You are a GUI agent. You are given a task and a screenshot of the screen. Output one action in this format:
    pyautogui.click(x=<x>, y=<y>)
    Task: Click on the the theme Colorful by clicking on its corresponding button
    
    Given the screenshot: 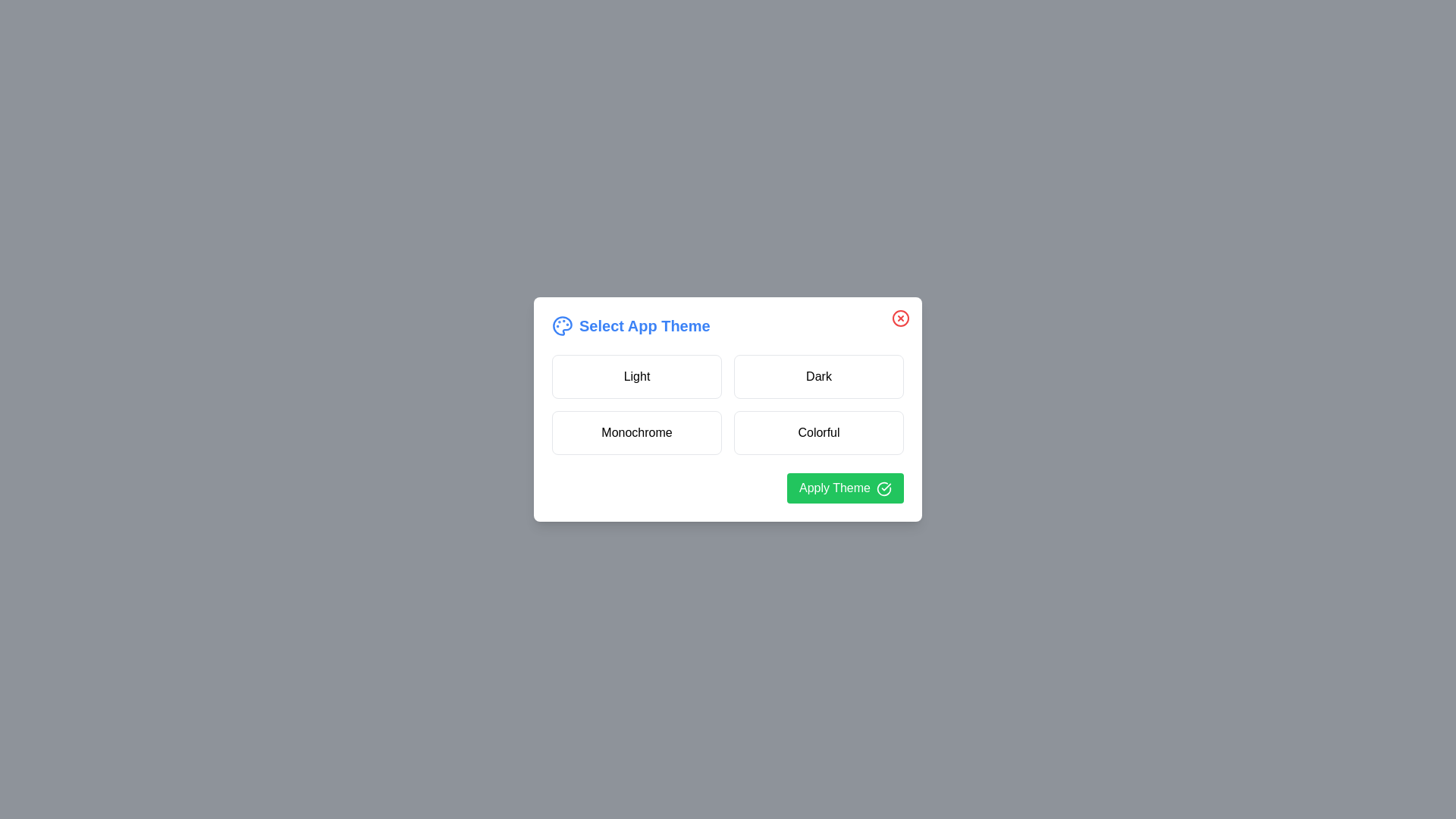 What is the action you would take?
    pyautogui.click(x=818, y=432)
    